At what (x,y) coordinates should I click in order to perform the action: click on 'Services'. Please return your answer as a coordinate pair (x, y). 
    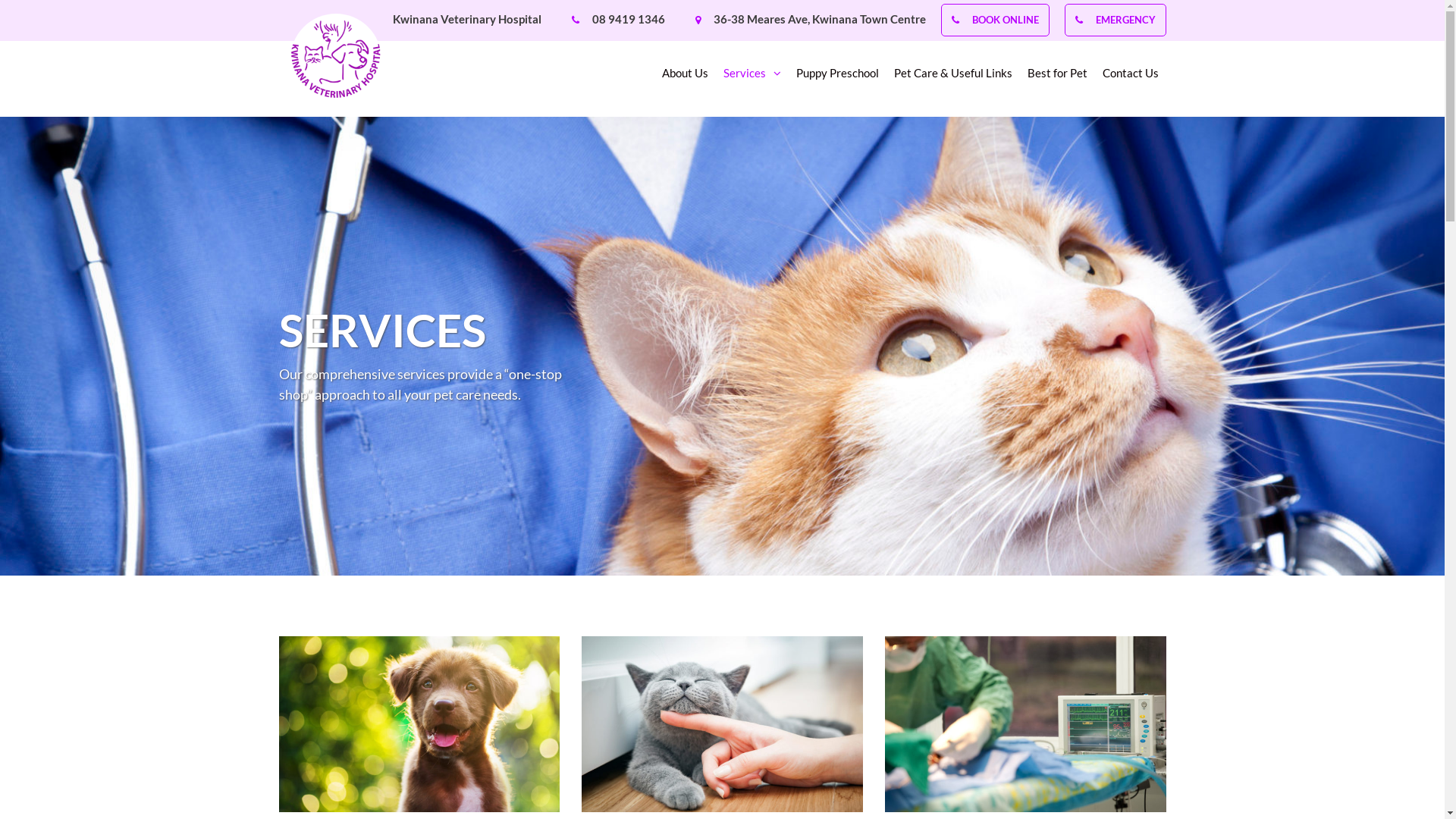
    Looking at the image, I should click on (752, 77).